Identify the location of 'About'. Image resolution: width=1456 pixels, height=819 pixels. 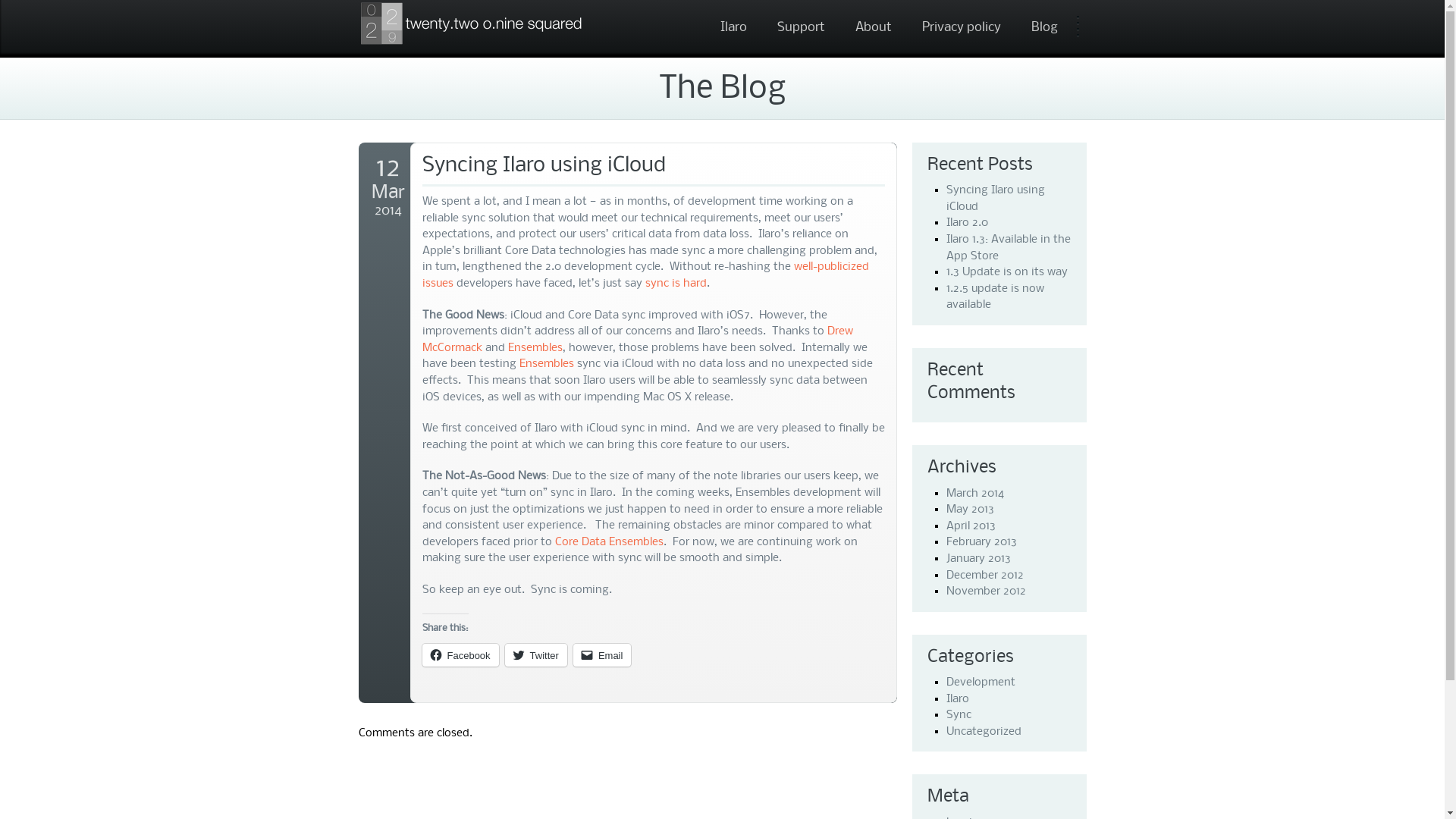
(873, 27).